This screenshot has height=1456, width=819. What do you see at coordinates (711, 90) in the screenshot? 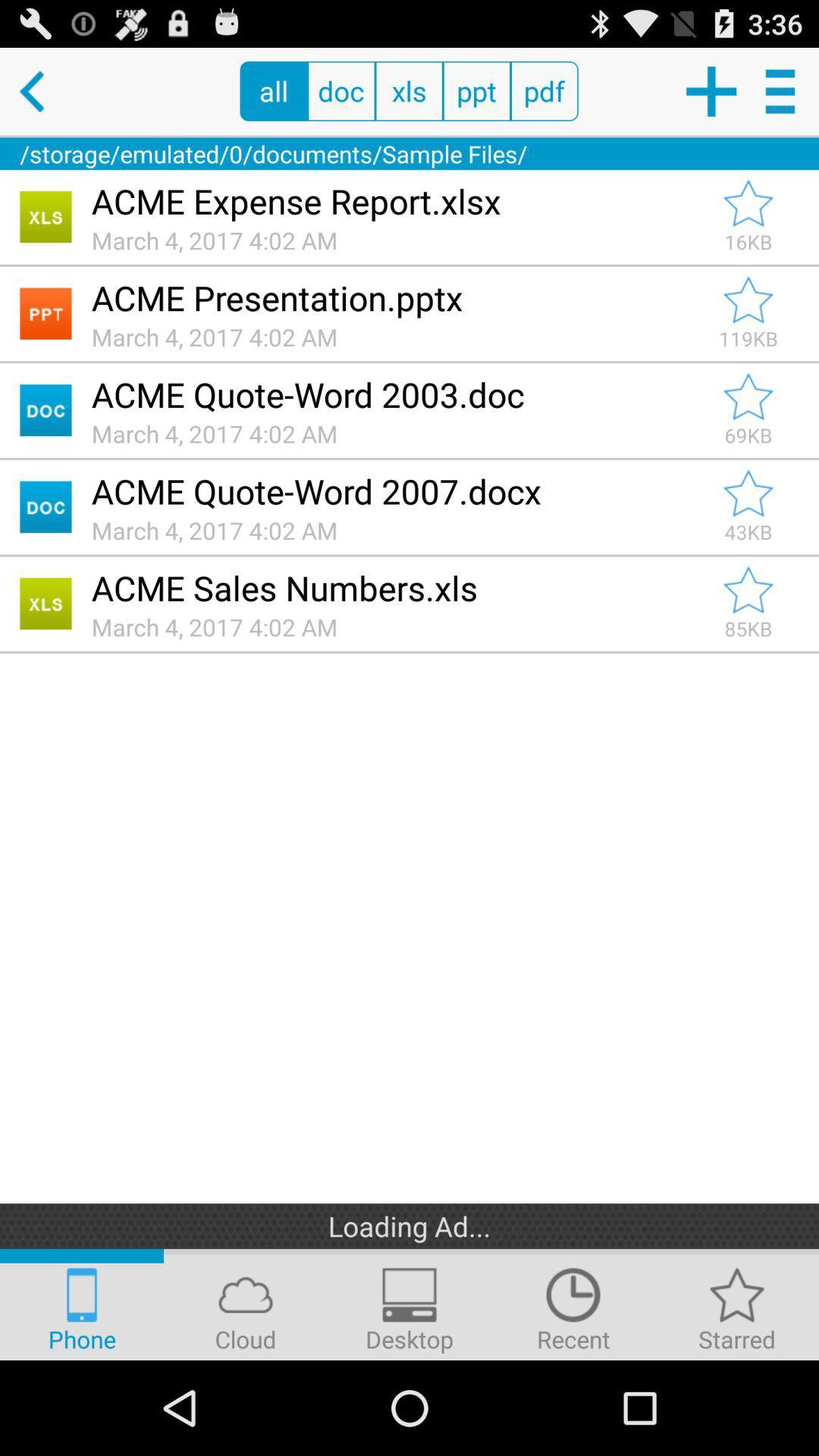
I see `a new file` at bounding box center [711, 90].